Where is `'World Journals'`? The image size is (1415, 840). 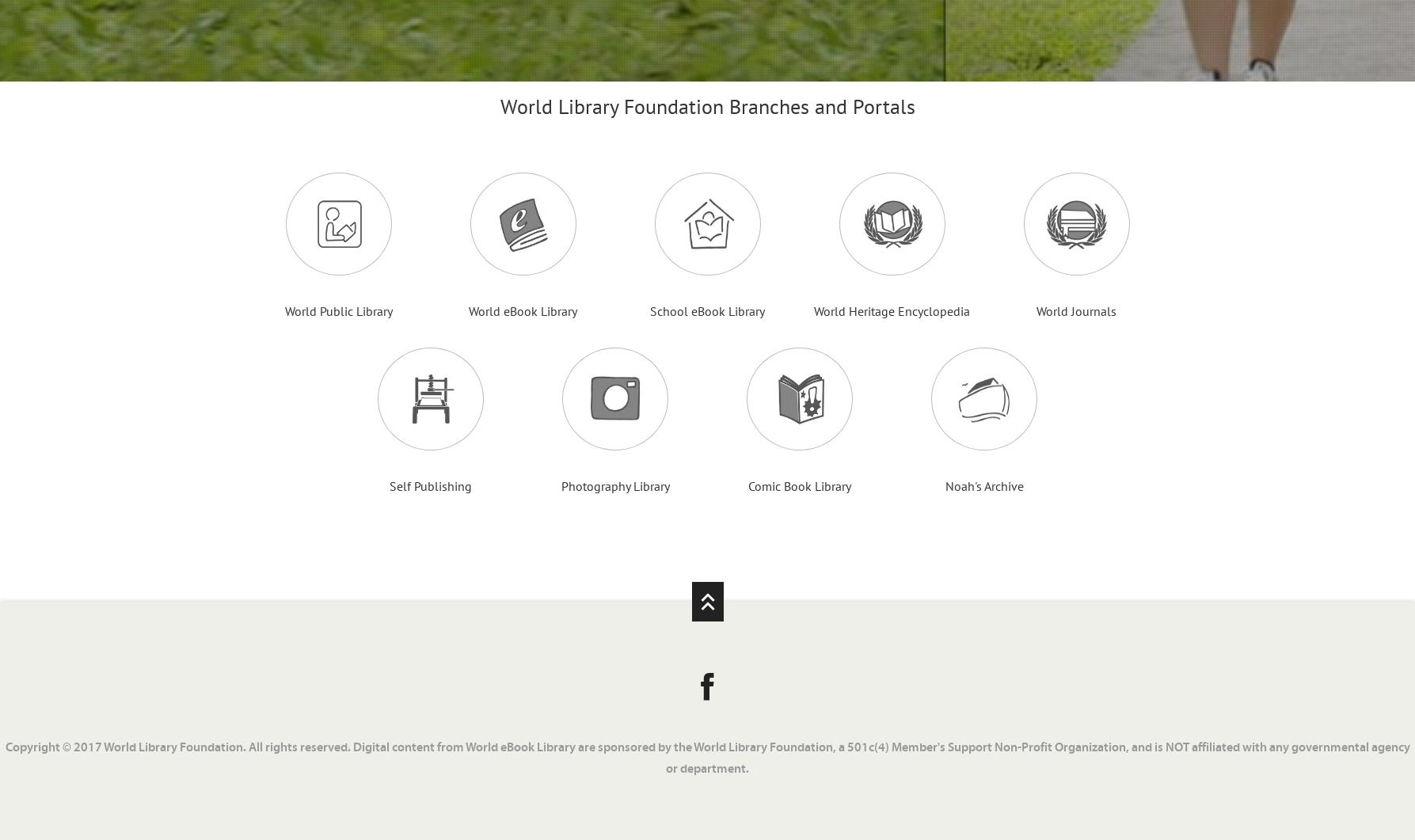 'World Journals' is located at coordinates (1075, 310).